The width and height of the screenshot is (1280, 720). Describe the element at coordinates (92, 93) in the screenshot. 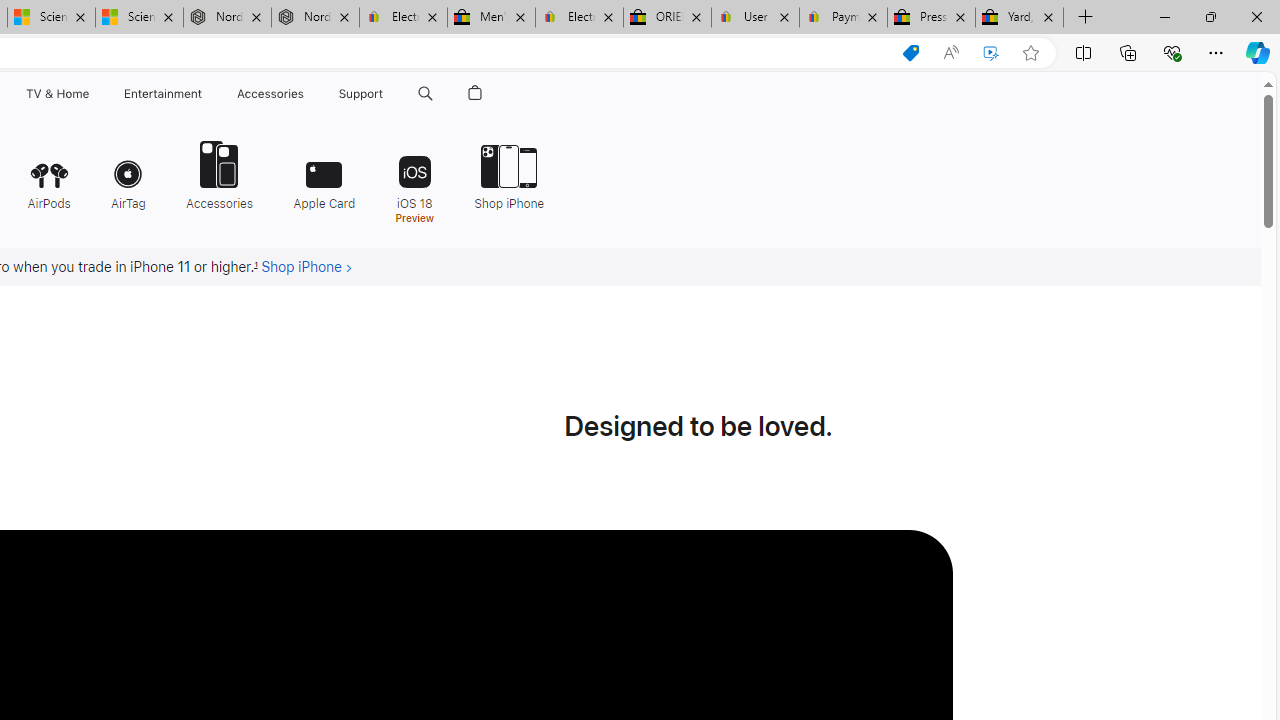

I see `'TV and Home menu'` at that location.